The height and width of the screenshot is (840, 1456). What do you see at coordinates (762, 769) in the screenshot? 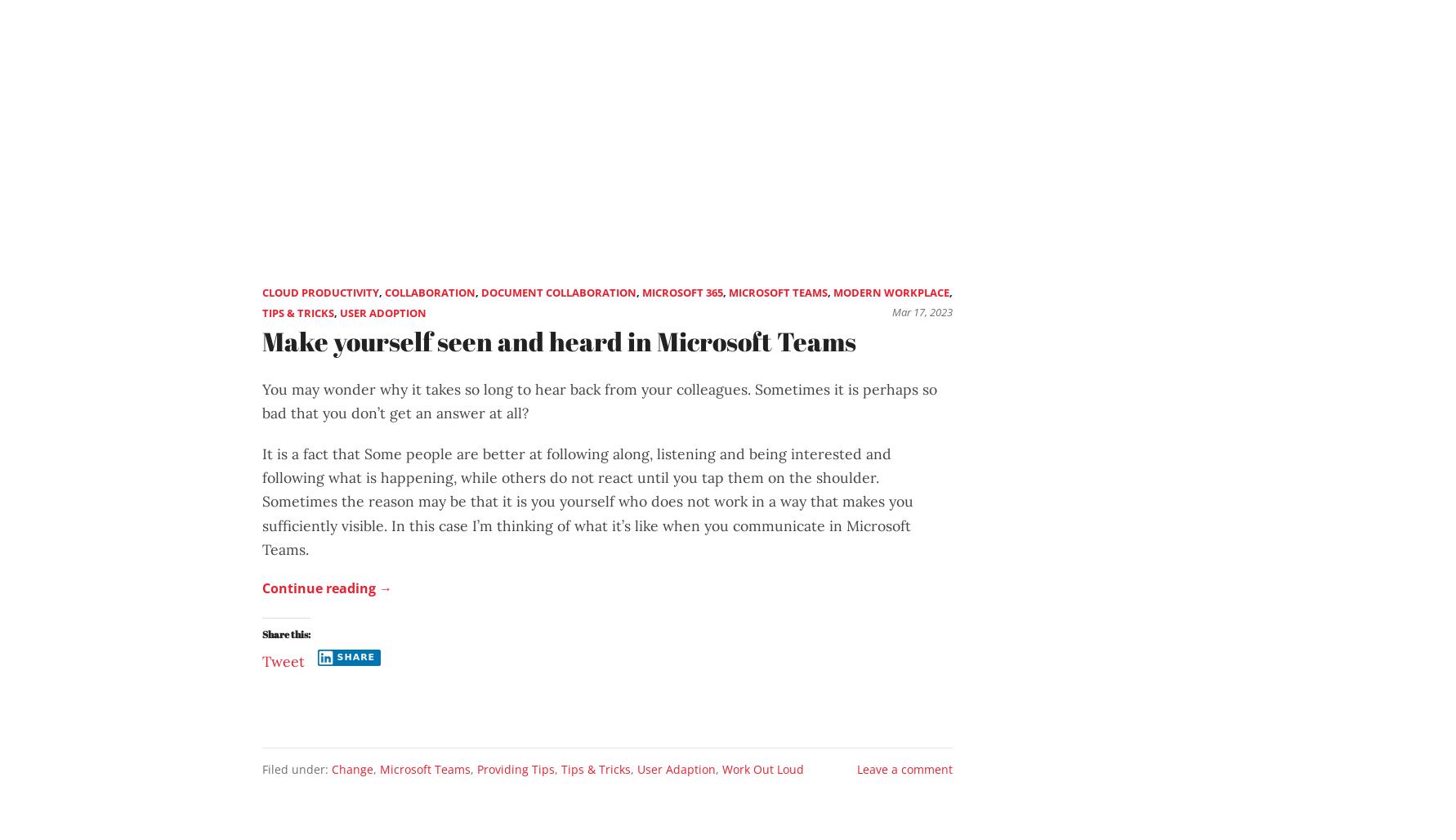
I see `'Work Out Loud'` at bounding box center [762, 769].